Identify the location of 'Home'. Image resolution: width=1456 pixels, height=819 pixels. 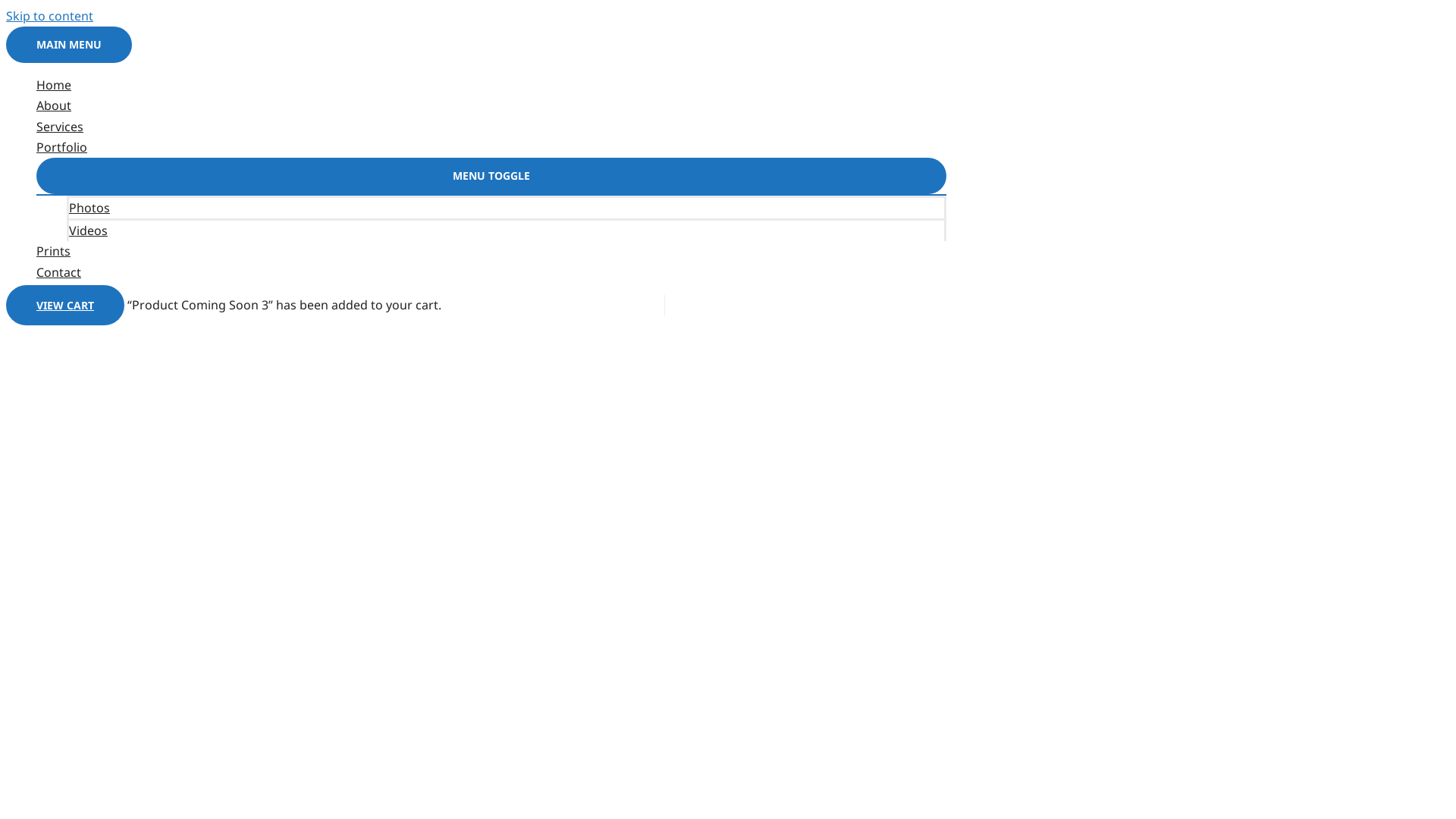
(491, 85).